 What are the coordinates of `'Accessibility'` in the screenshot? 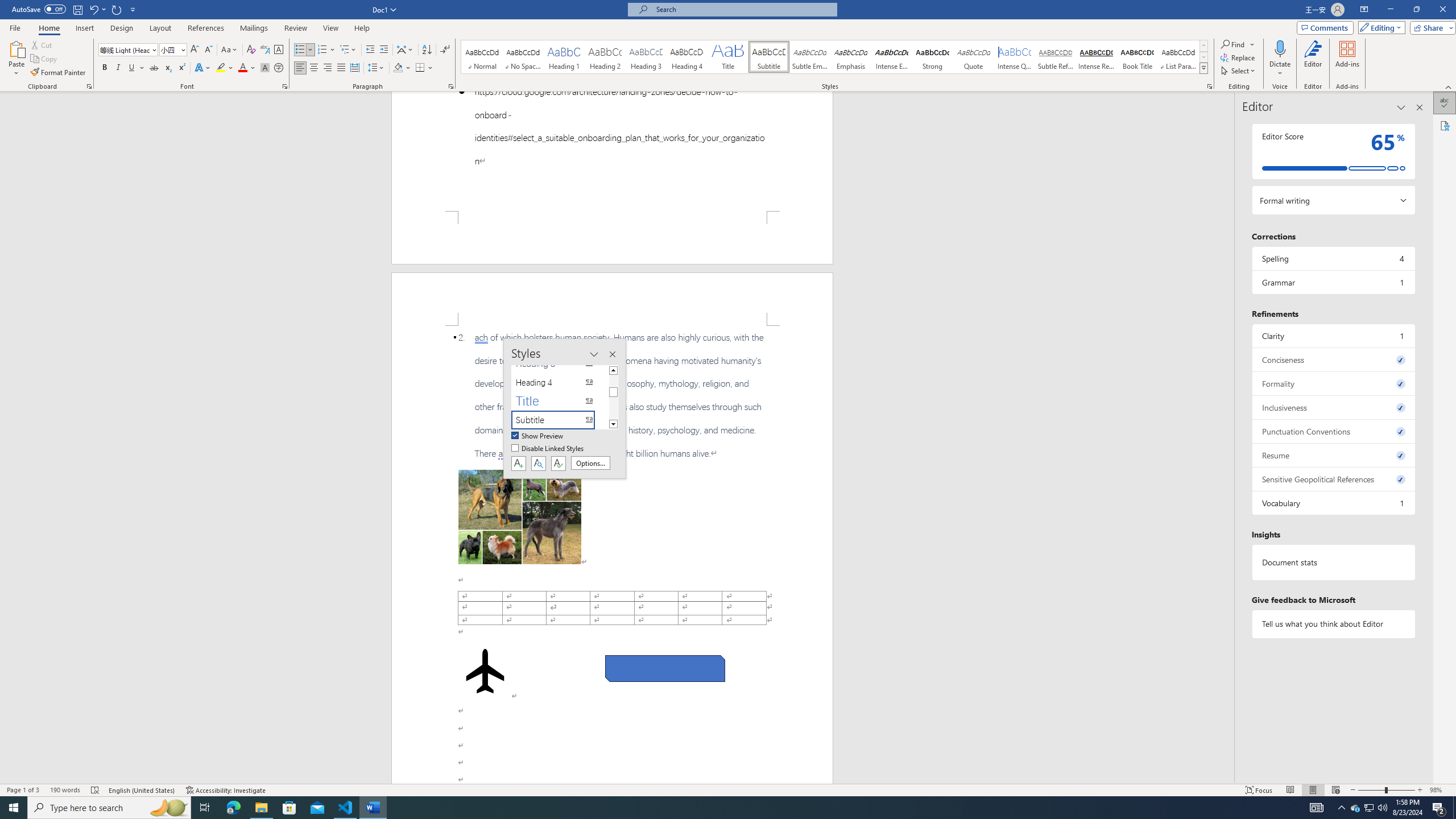 It's located at (1444, 126).